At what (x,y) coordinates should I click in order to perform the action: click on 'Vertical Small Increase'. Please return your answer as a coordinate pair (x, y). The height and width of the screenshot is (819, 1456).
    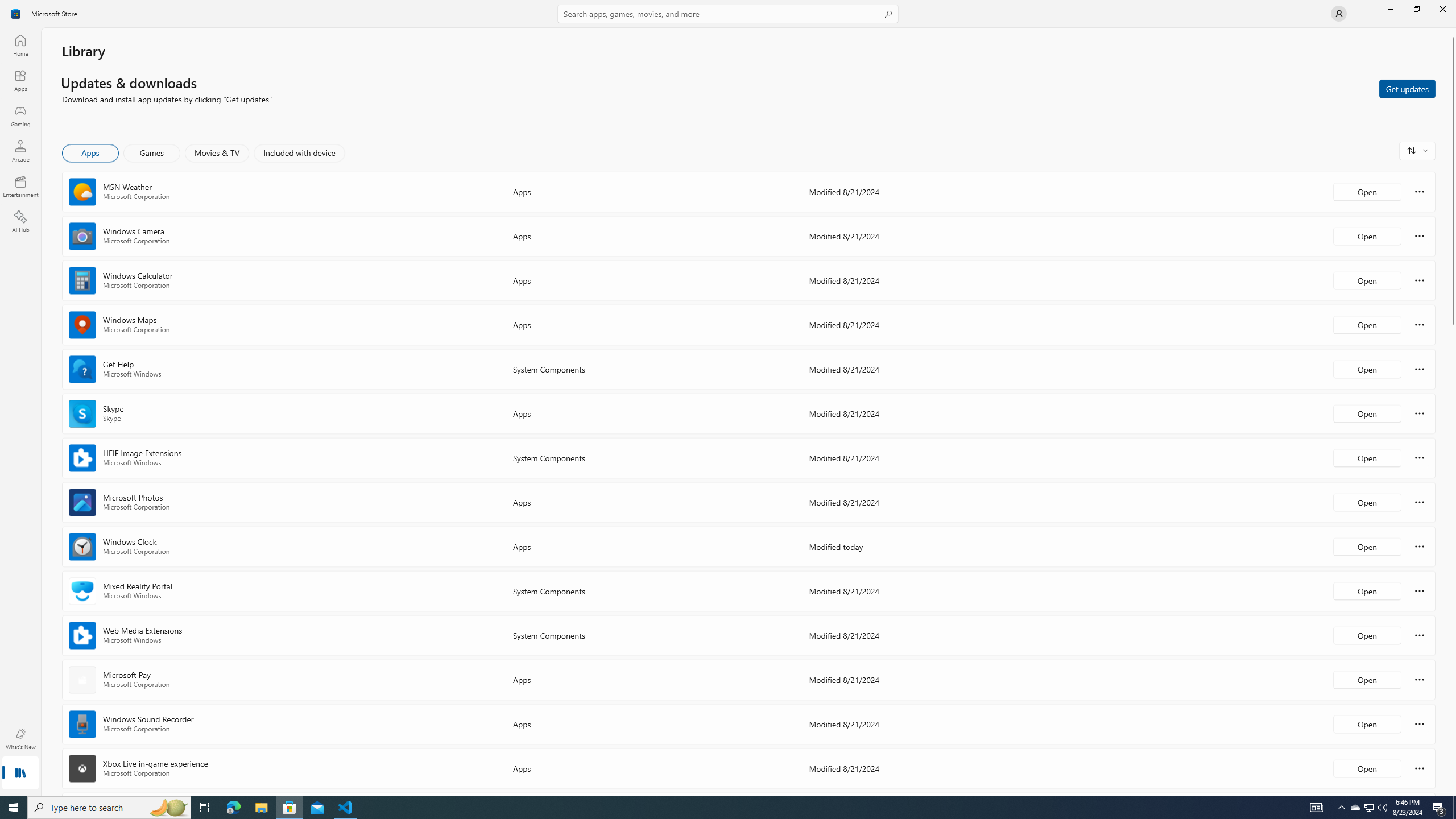
    Looking at the image, I should click on (1451, 792).